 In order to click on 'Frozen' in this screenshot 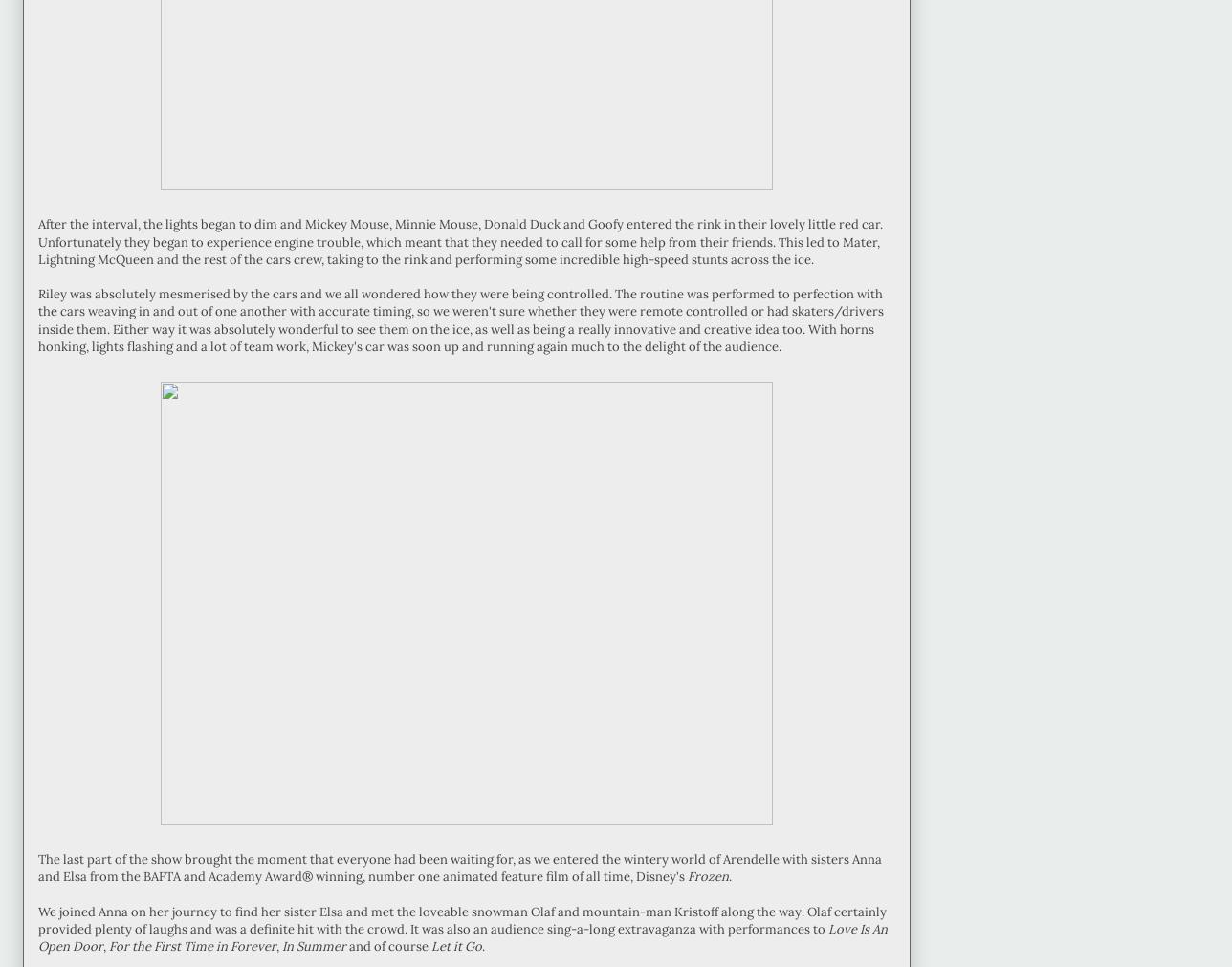, I will do `click(708, 876)`.